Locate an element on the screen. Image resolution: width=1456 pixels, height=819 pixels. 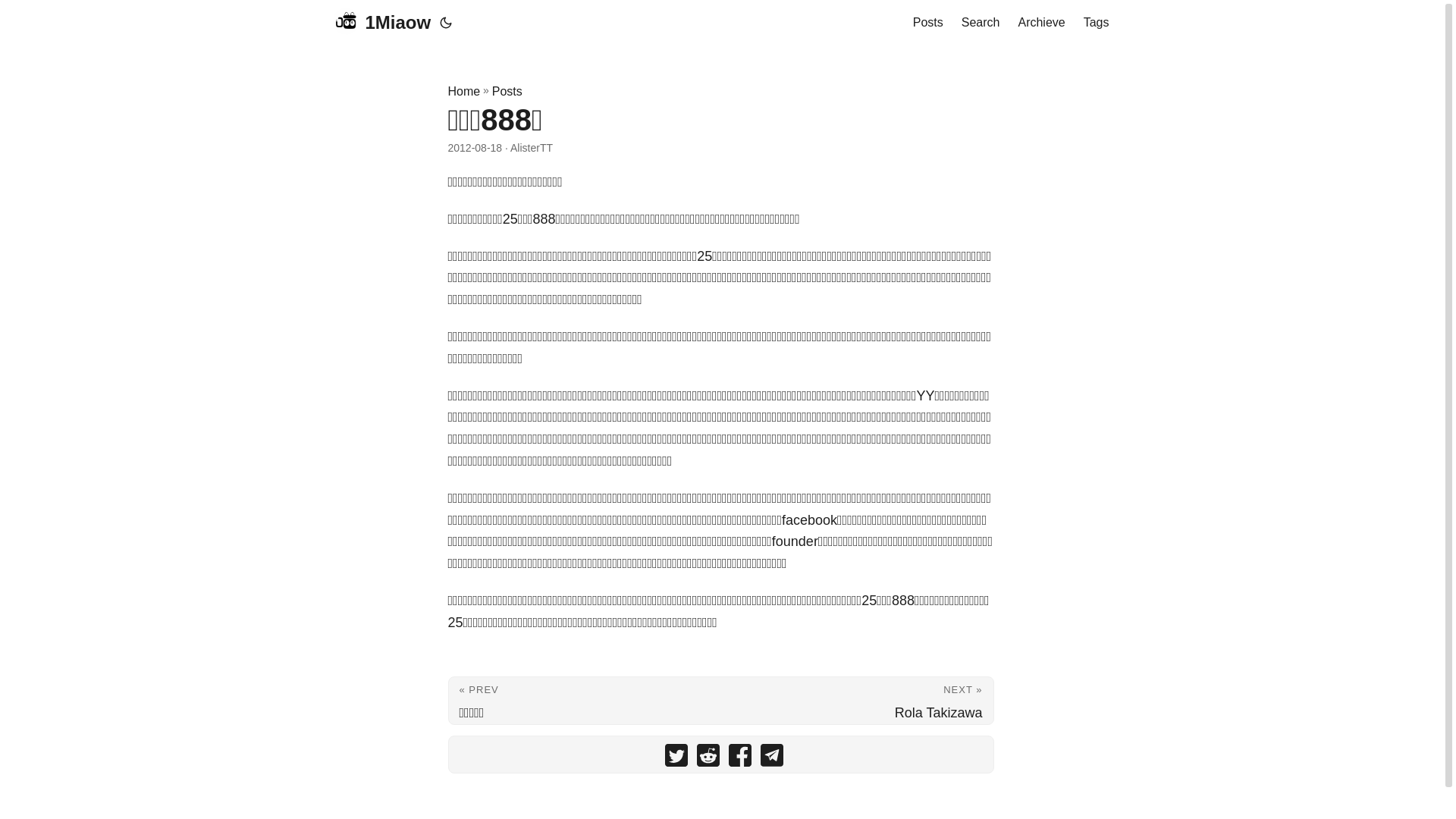
'Archieve' is located at coordinates (1018, 23).